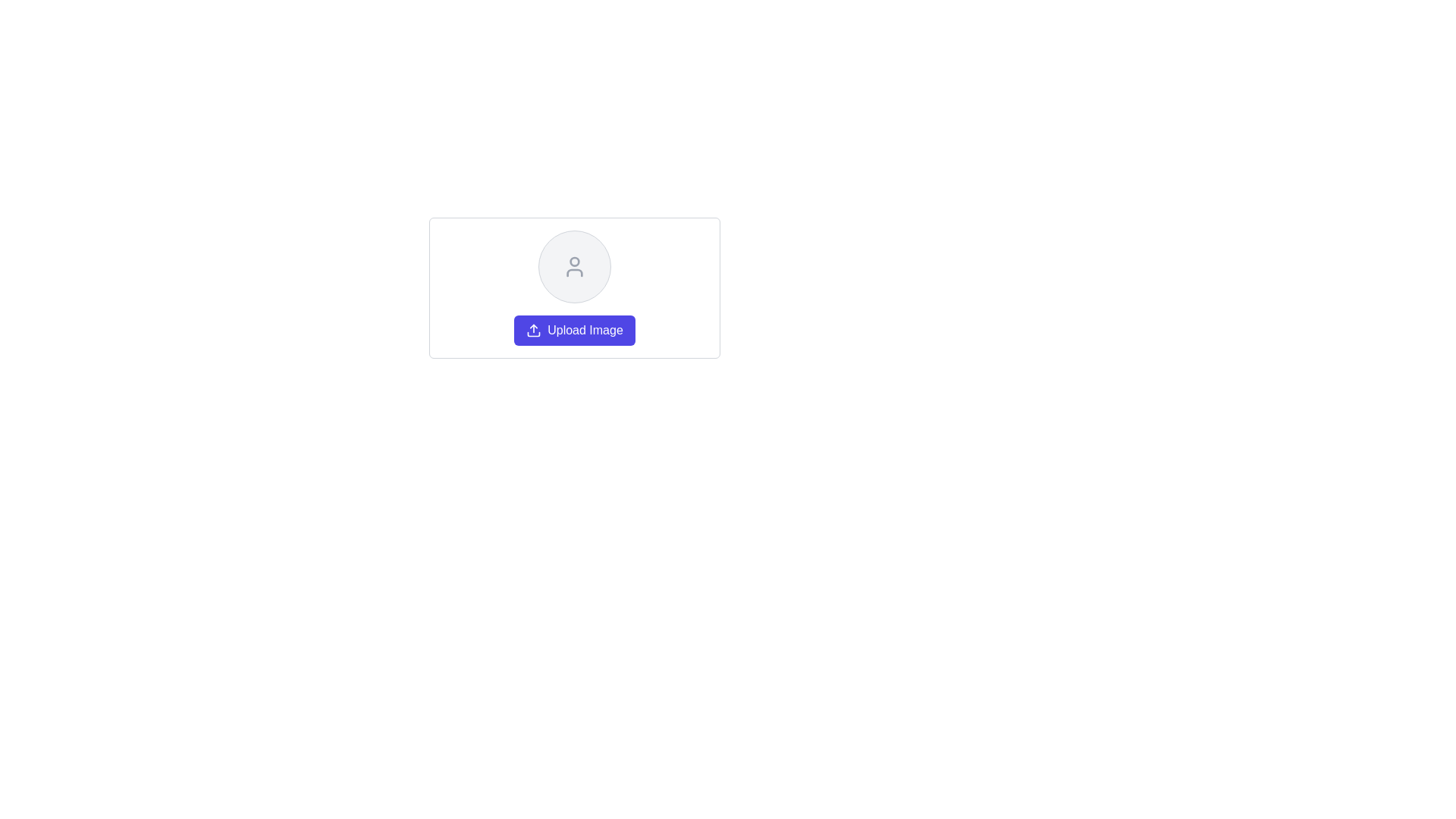  What do you see at coordinates (574, 265) in the screenshot?
I see `the user profile icon, which is centrally located within a circular area with a gray border, above the 'Upload Image' button` at bounding box center [574, 265].